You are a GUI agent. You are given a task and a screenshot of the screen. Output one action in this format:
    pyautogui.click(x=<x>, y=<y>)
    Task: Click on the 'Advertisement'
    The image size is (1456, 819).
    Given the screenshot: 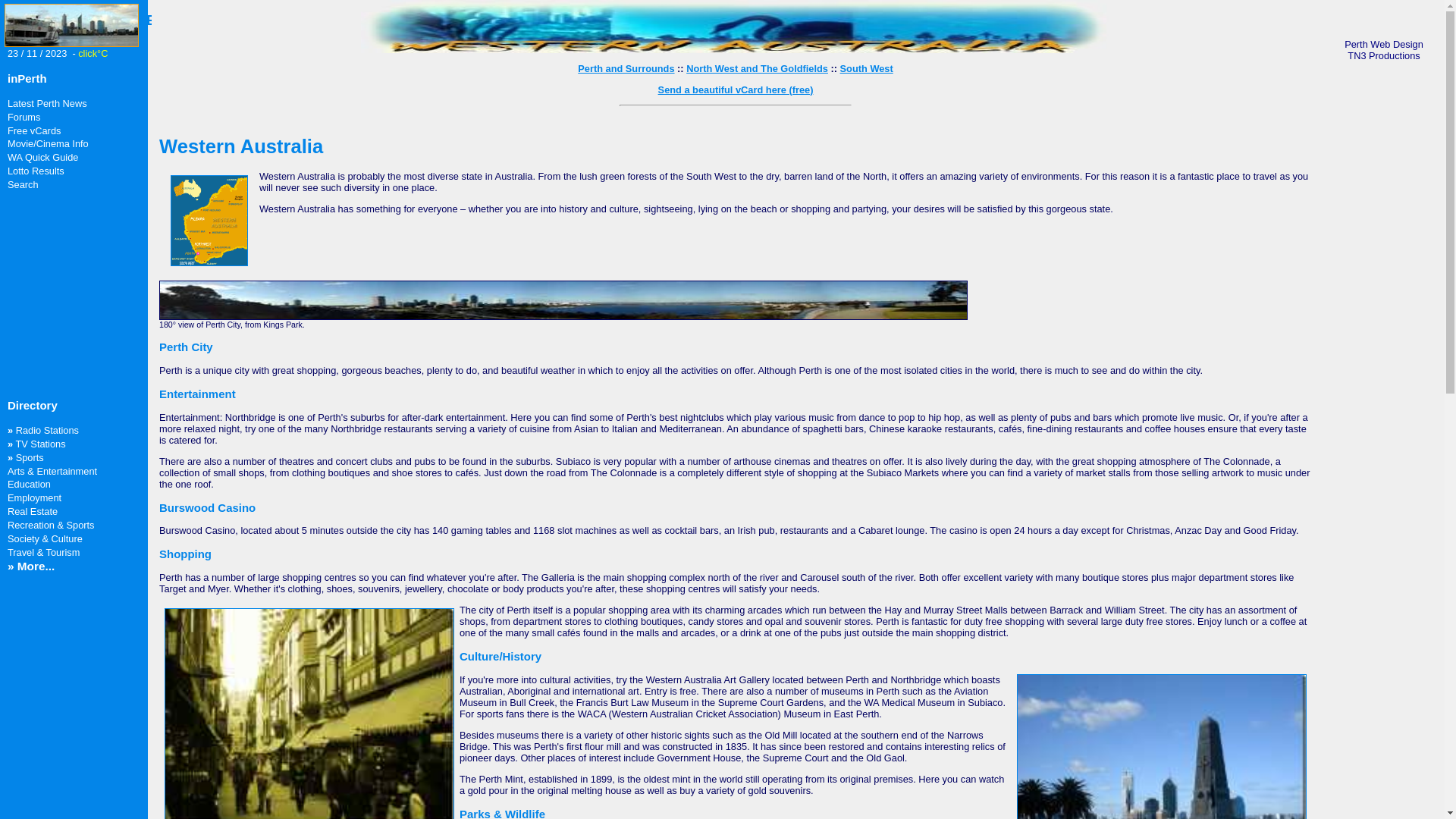 What is the action you would take?
    pyautogui.click(x=55, y=661)
    